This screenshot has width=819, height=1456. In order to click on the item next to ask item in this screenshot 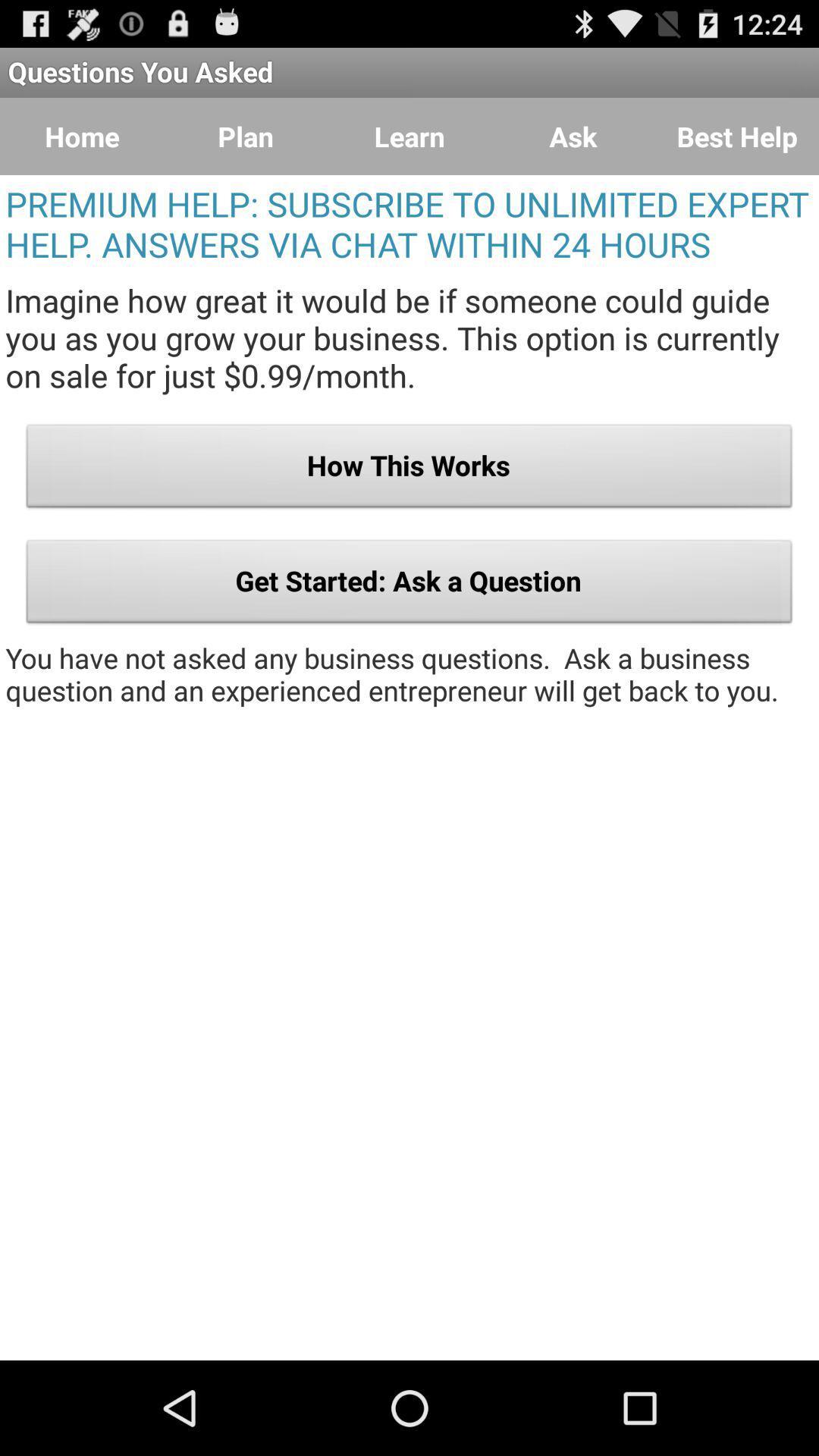, I will do `click(409, 136)`.